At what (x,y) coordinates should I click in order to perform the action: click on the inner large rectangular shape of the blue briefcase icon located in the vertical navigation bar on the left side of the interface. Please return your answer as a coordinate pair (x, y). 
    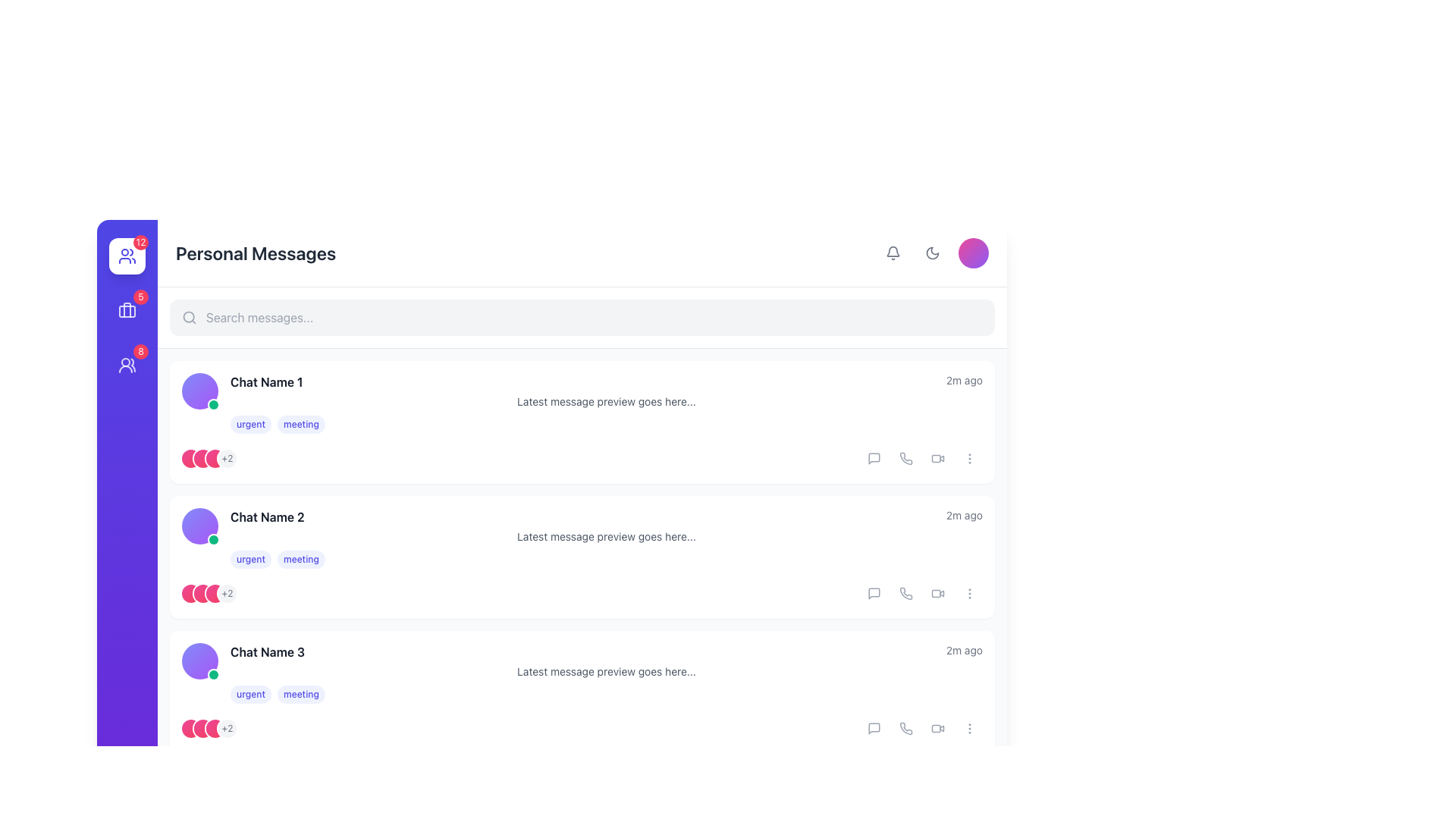
    Looking at the image, I should click on (127, 311).